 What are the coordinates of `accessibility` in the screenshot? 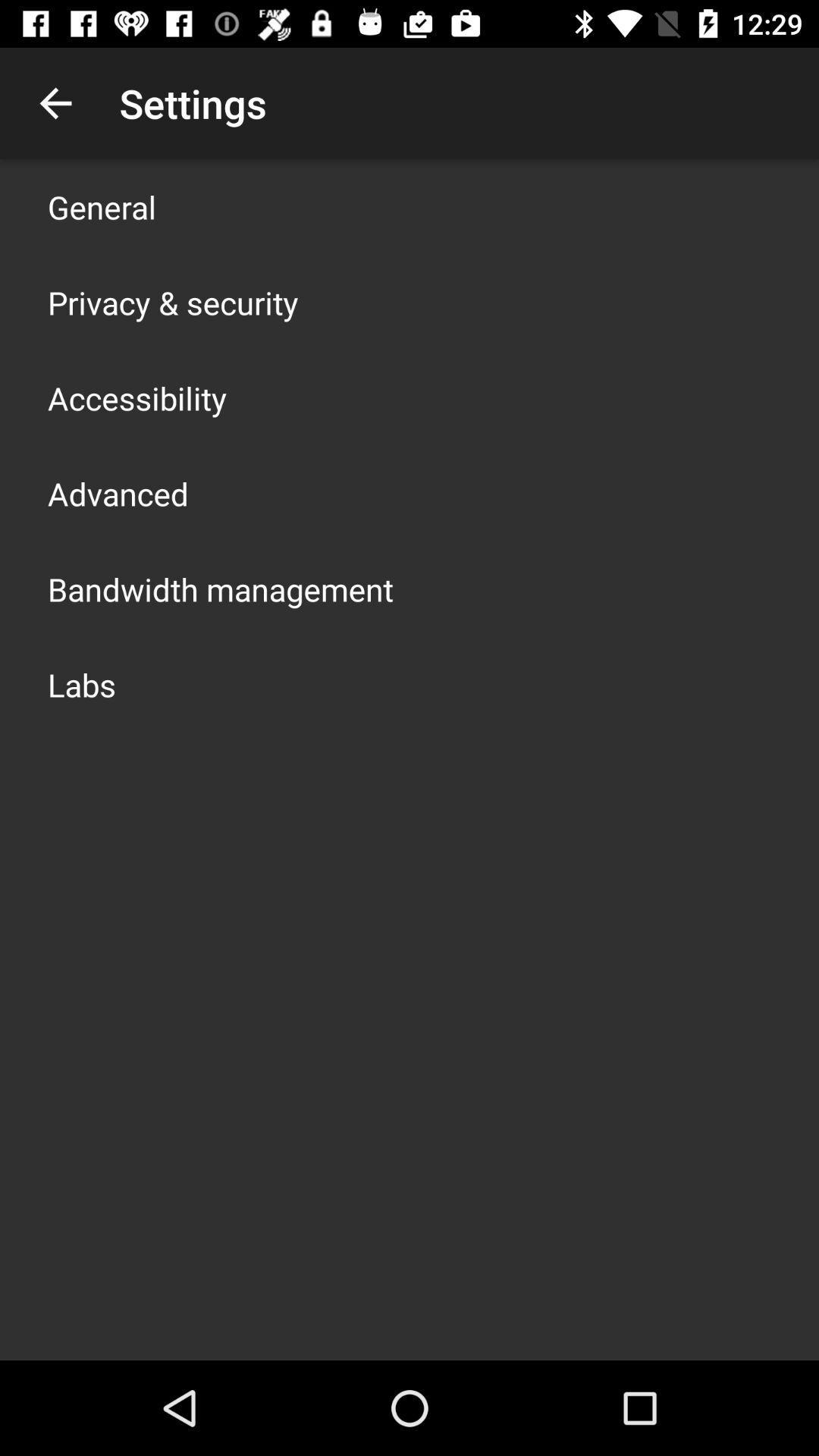 It's located at (137, 397).